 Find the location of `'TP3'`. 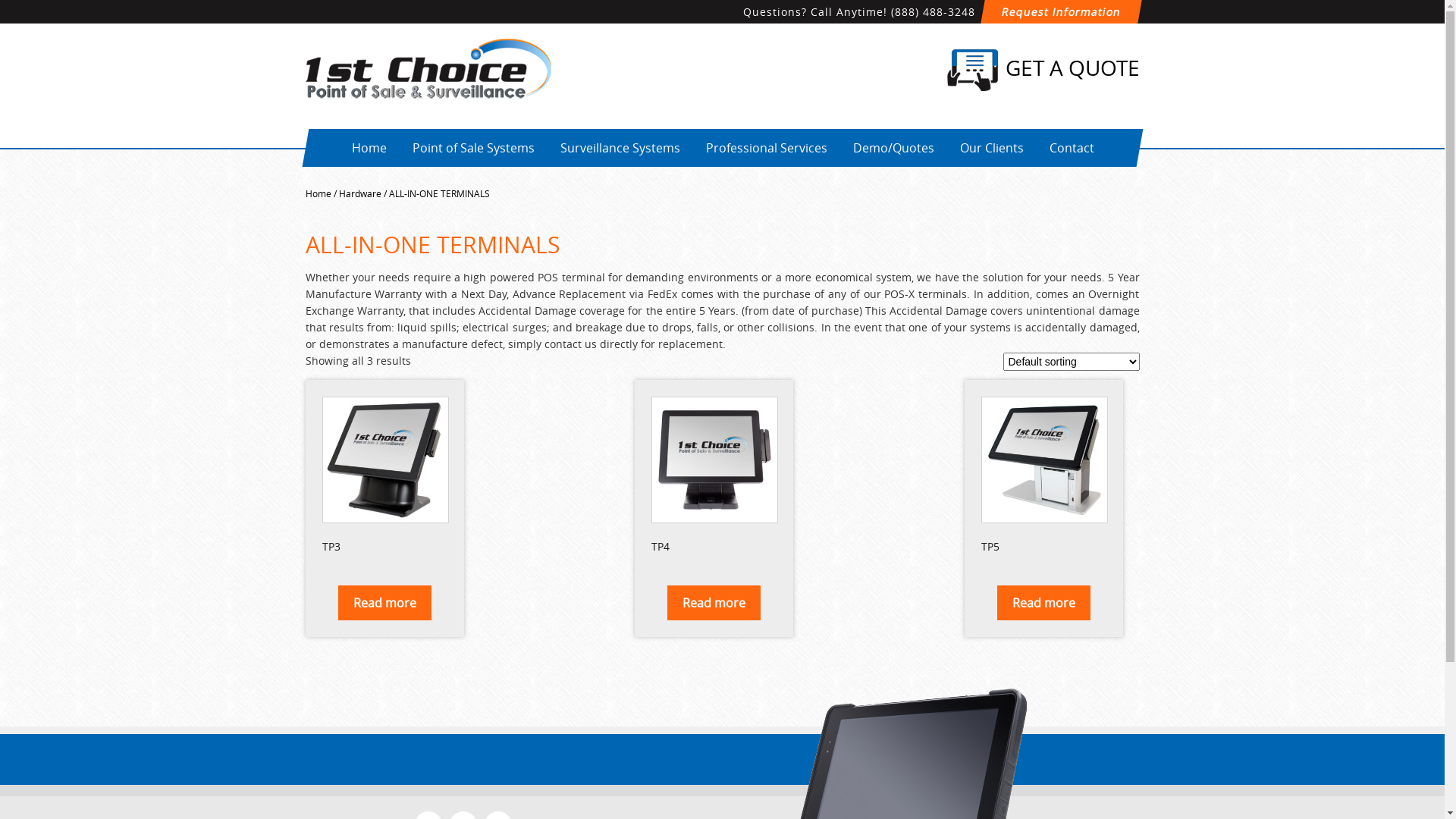

'TP3' is located at coordinates (384, 476).